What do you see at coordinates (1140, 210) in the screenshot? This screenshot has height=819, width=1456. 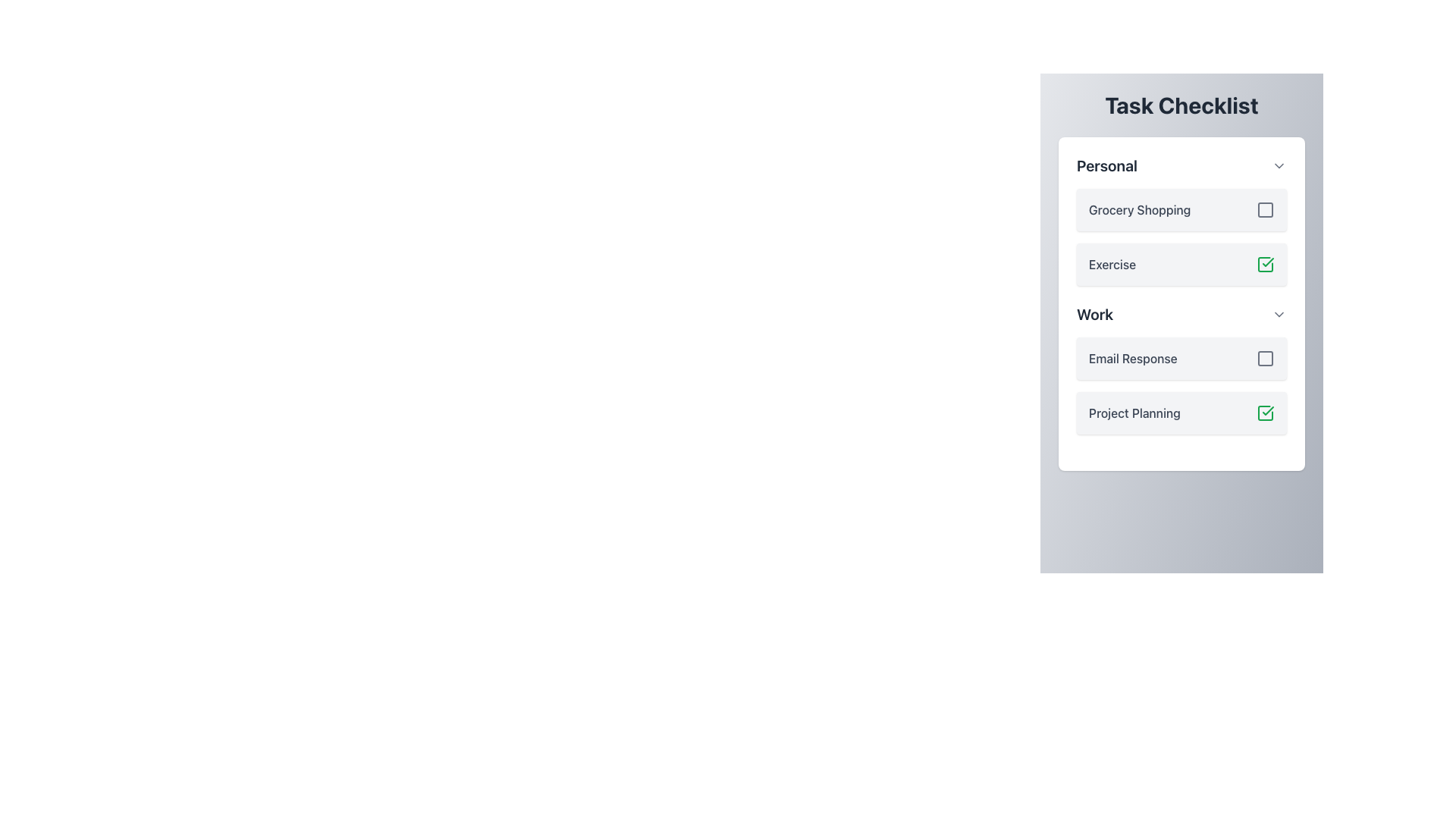 I see `text label for 'Grocery Shopping' located below the heading 'Personal' in the task checklist` at bounding box center [1140, 210].